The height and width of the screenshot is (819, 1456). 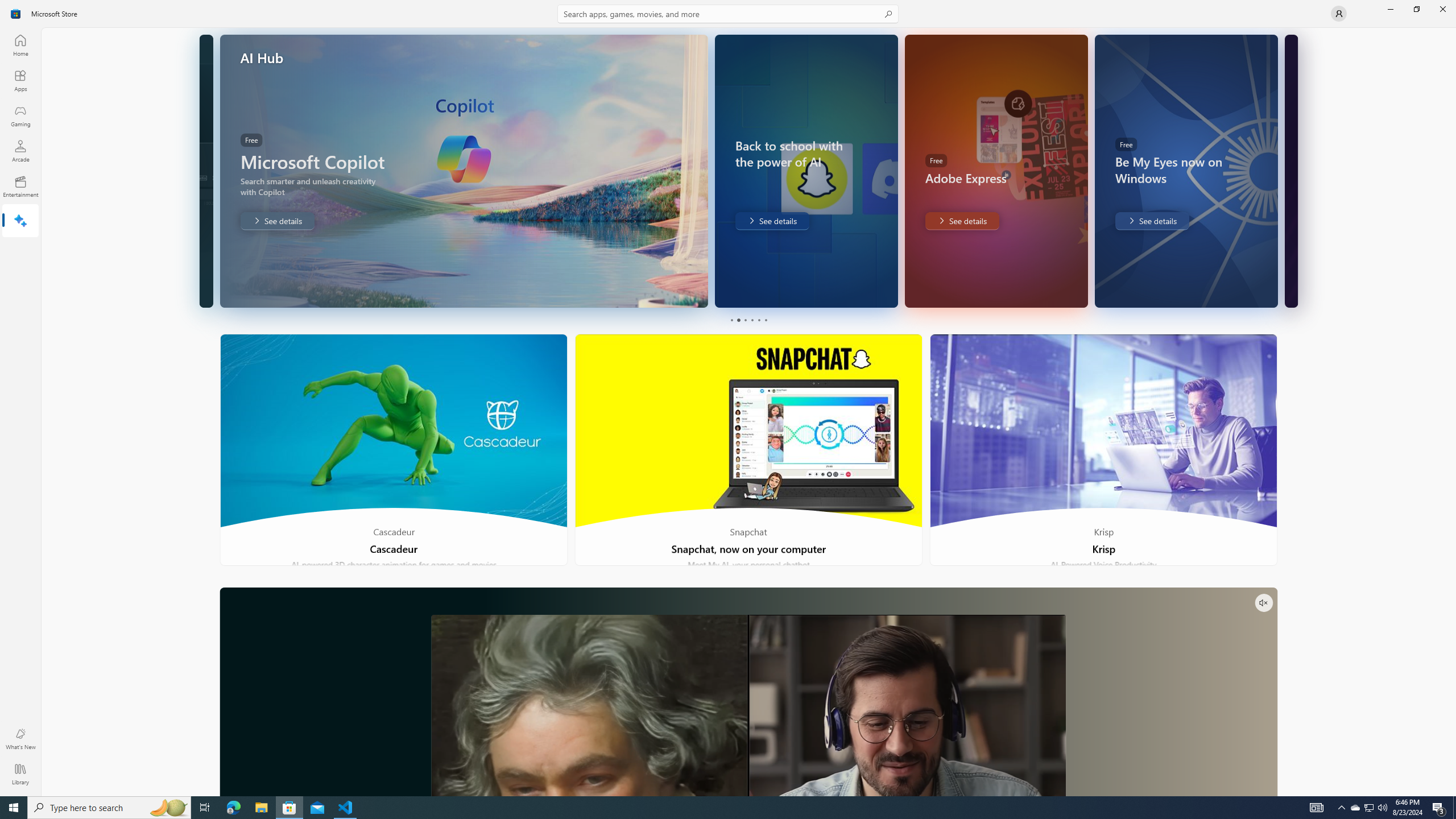 What do you see at coordinates (737, 320) in the screenshot?
I see `'Page 2'` at bounding box center [737, 320].